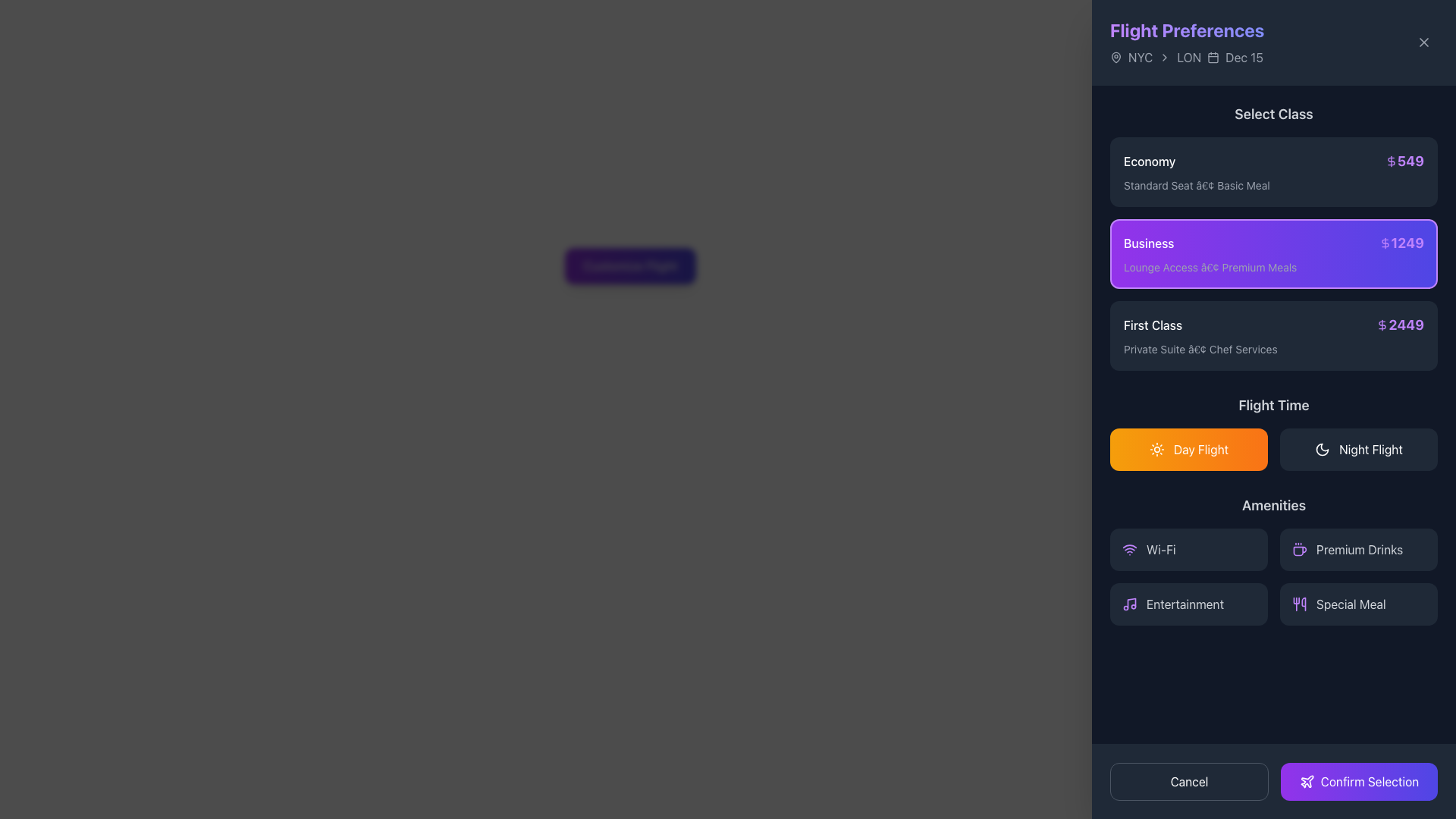 This screenshot has width=1456, height=819. Describe the element at coordinates (1116, 57) in the screenshot. I see `the pin icon located in the top-left section of the sidebar interface, next to the text 'NYC', which is the first element of the breadcrumb-like sequence` at that location.